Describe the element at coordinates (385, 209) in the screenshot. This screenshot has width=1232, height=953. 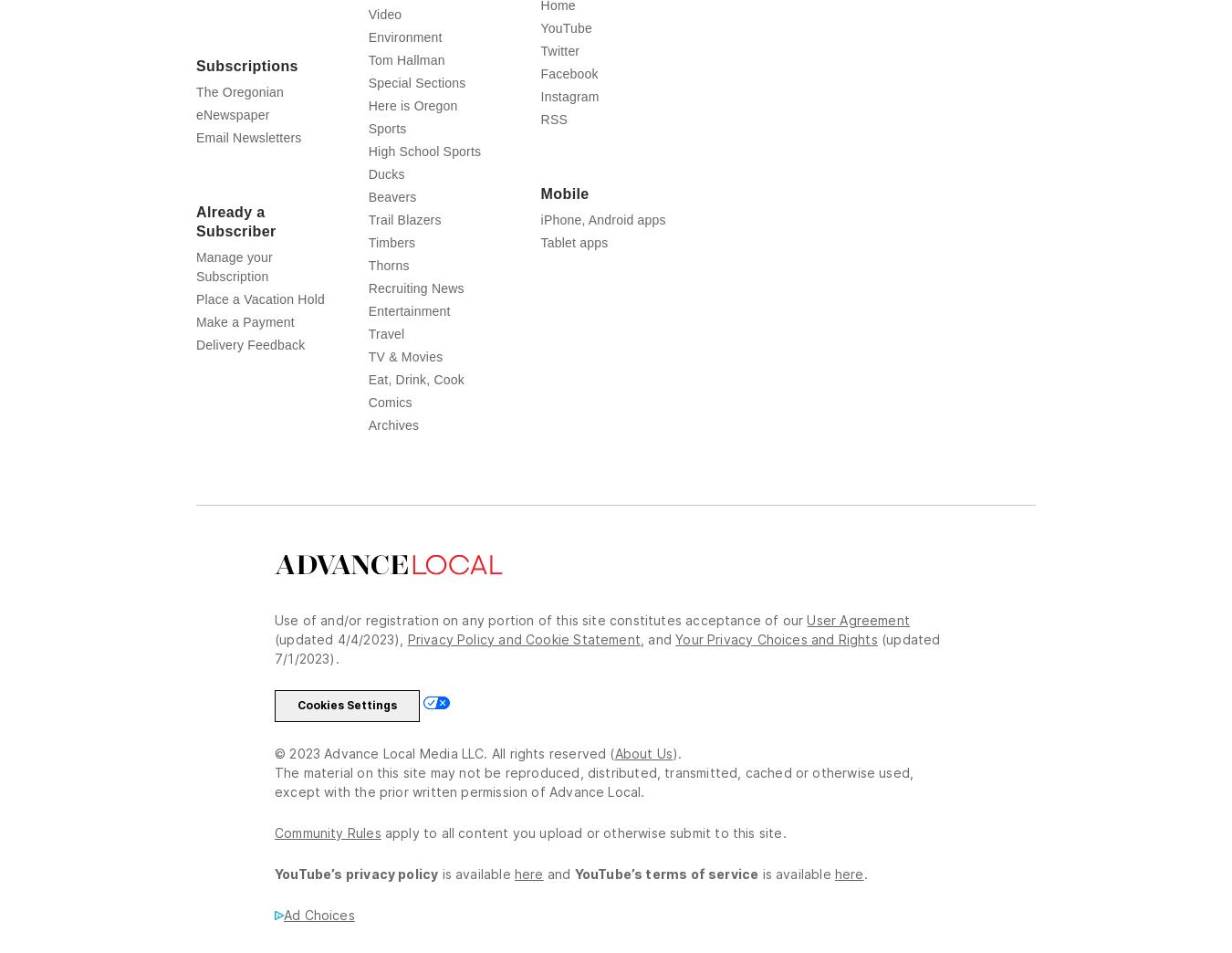
I see `'Ducks'` at that location.